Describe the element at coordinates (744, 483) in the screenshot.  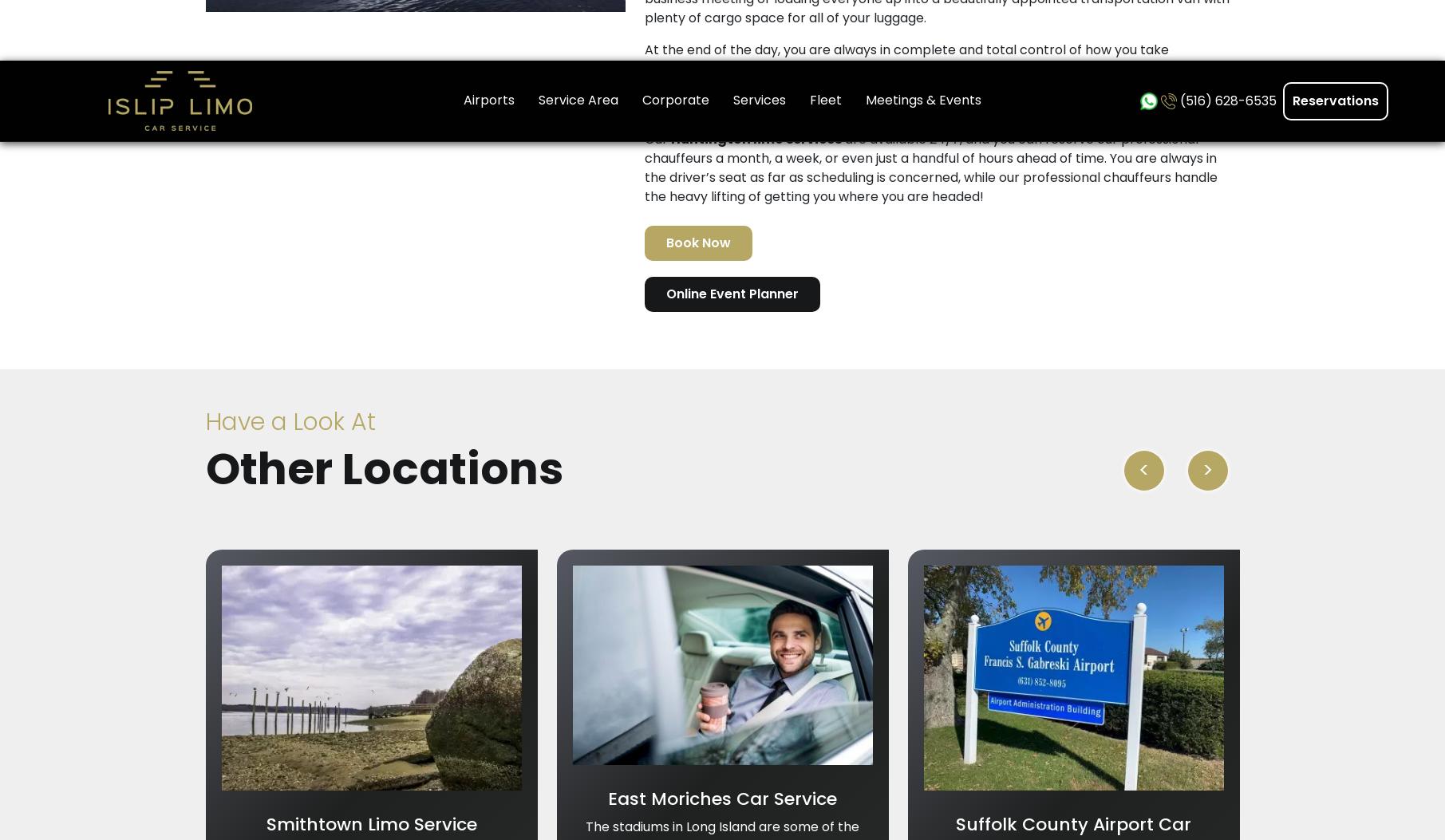
I see `'Blog'` at that location.